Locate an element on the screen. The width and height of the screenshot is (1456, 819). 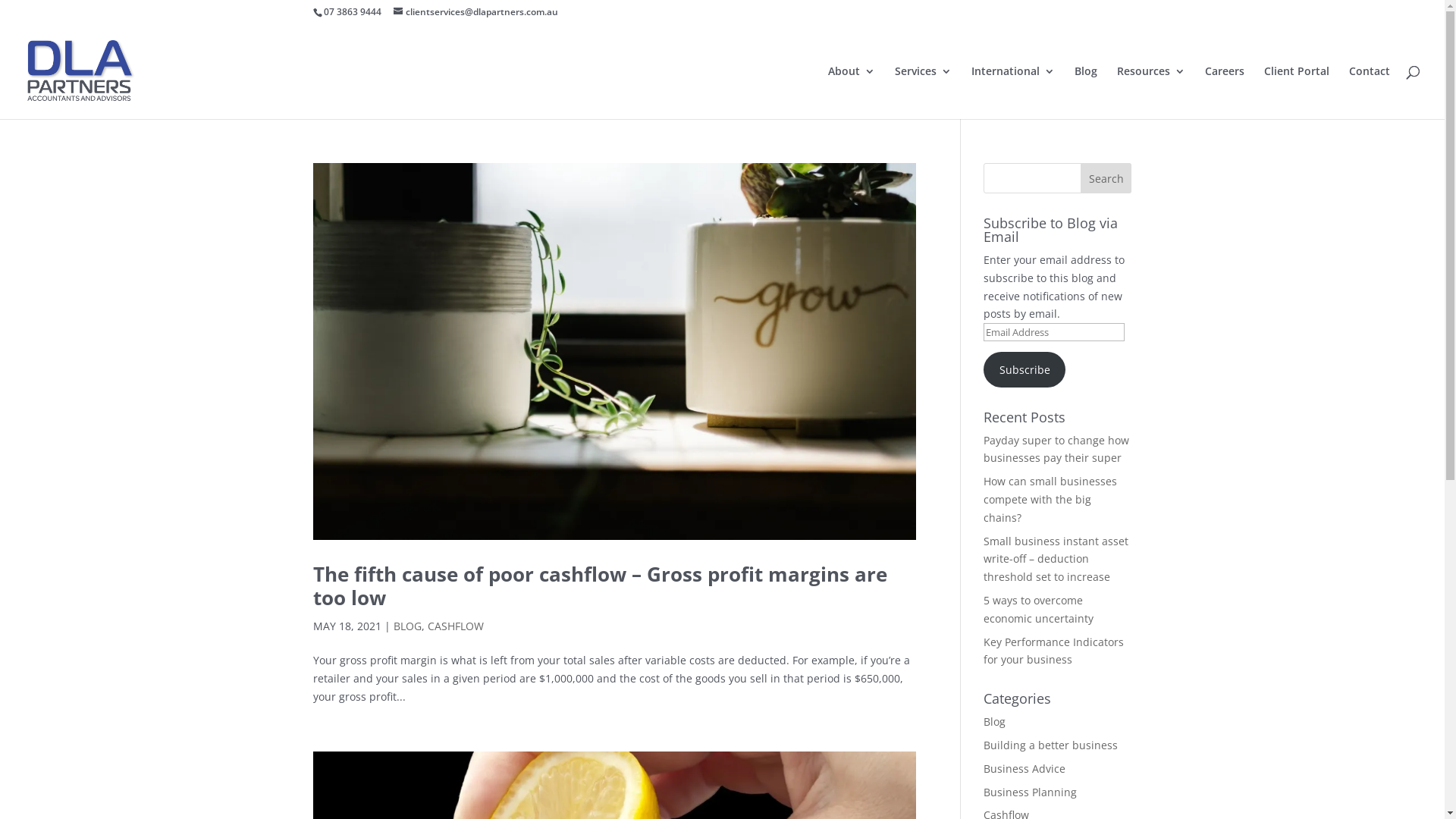
'Resources' is located at coordinates (1150, 93).